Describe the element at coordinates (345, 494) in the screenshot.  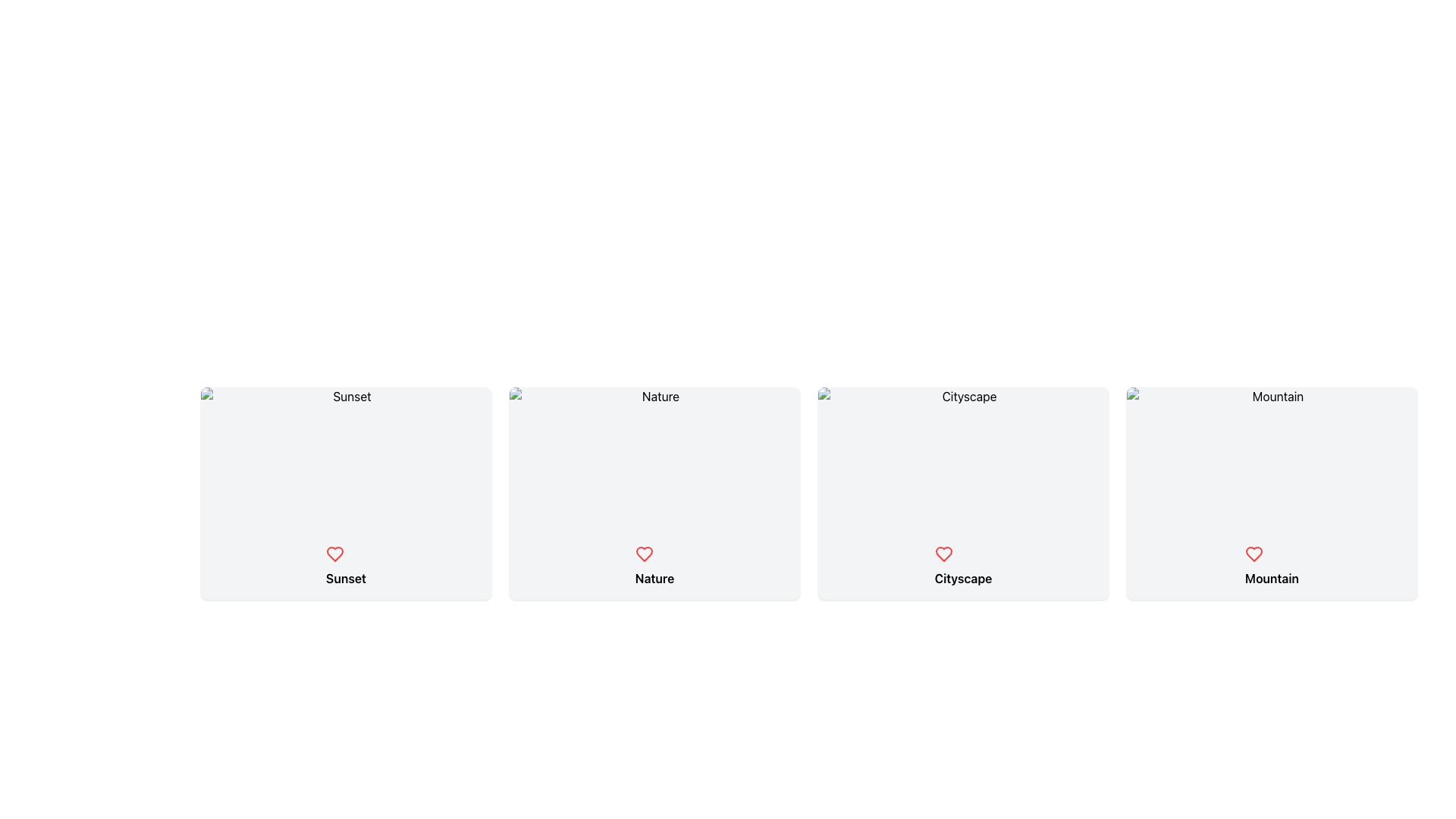
I see `the image or text content of the first card in the grid, which has a light gray background and contains the word 'Sunset' and a heart icon` at that location.